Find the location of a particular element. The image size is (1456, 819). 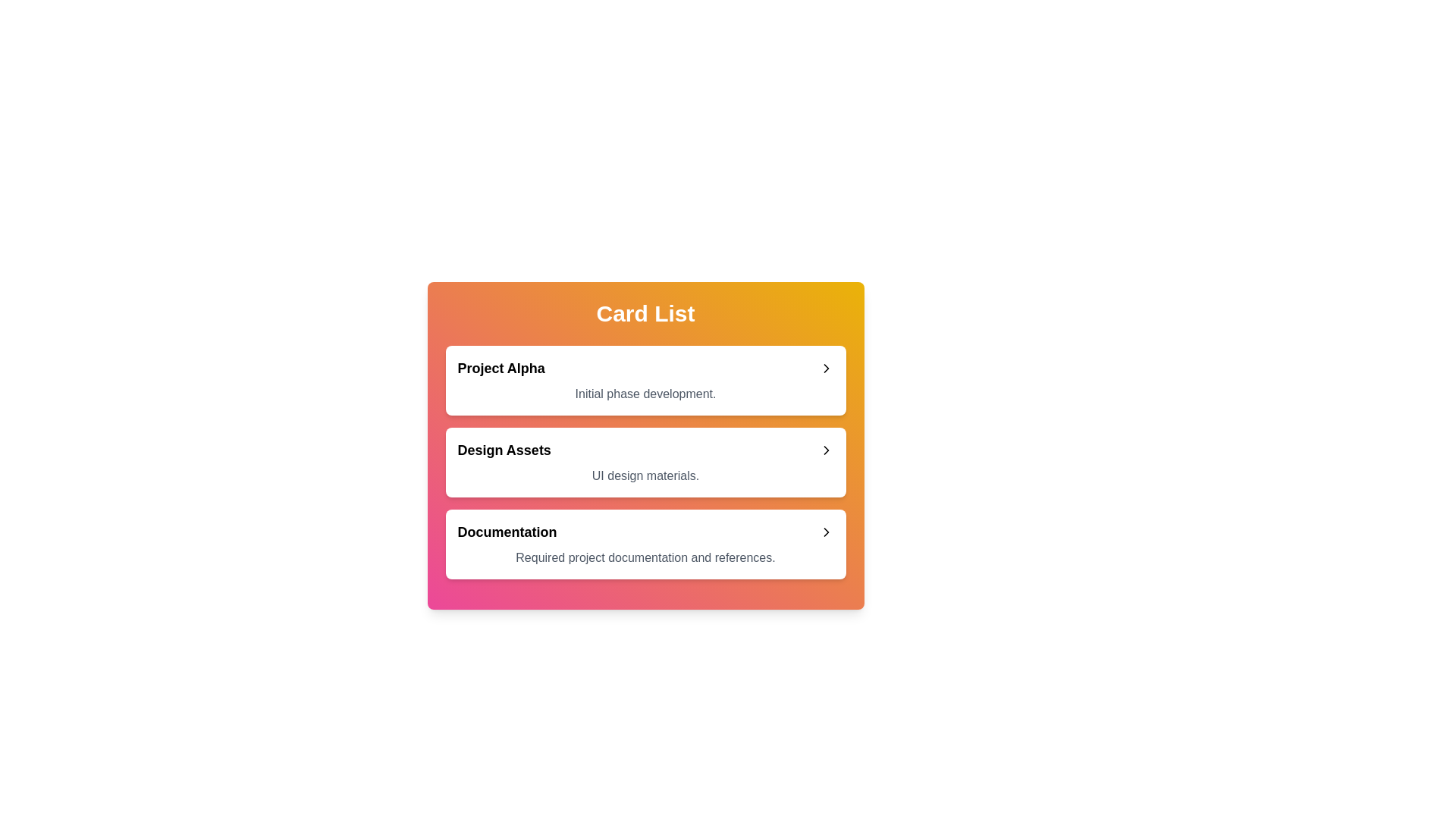

the title area of the card titled Documentation to expand or collapse it is located at coordinates (645, 532).